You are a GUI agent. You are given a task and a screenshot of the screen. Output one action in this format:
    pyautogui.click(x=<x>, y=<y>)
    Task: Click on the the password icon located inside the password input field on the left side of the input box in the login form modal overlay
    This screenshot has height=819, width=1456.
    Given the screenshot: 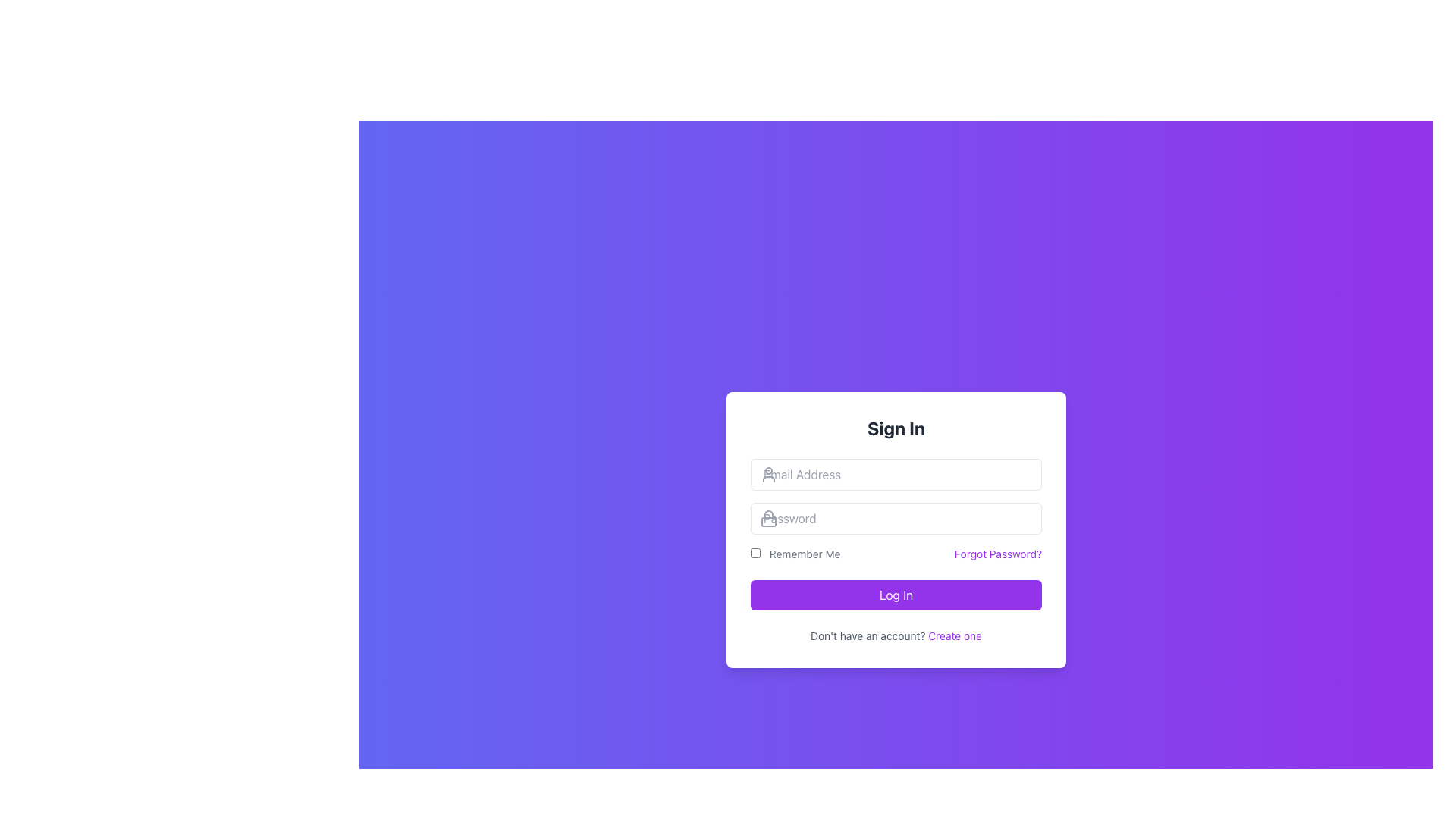 What is the action you would take?
    pyautogui.click(x=768, y=517)
    